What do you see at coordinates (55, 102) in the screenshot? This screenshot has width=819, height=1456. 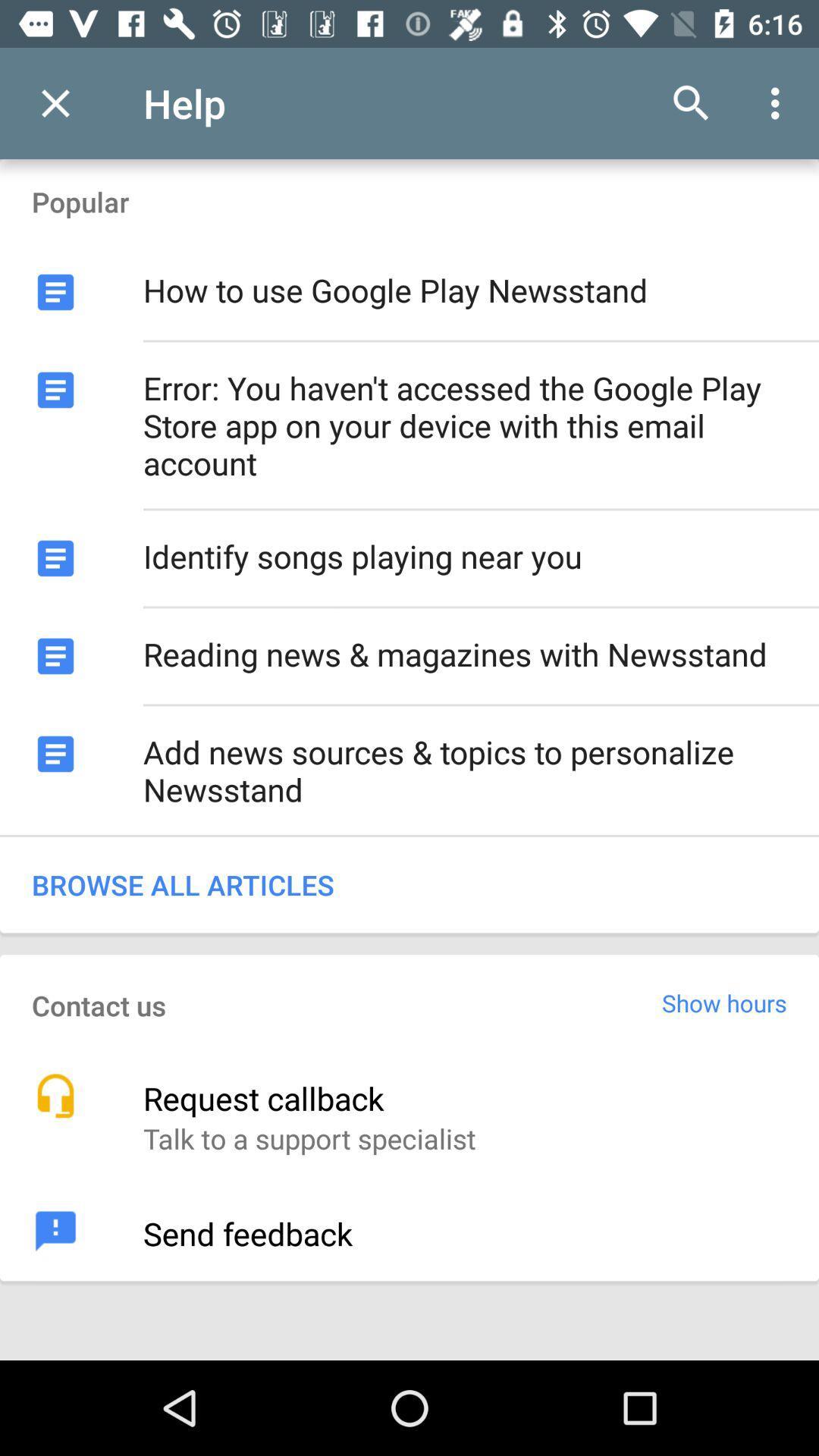 I see `item above the popular item` at bounding box center [55, 102].